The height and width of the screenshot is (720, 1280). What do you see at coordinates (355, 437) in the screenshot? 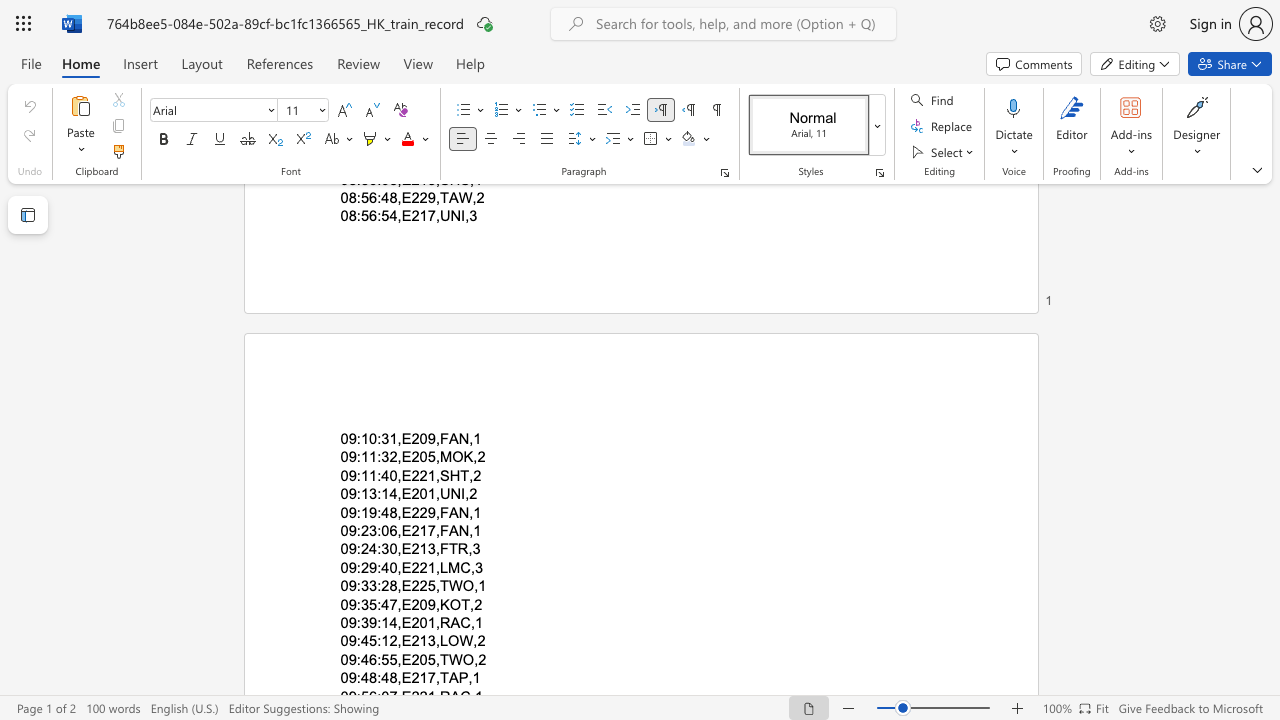
I see `the space between the continuous character "9" and ":" in the text` at bounding box center [355, 437].